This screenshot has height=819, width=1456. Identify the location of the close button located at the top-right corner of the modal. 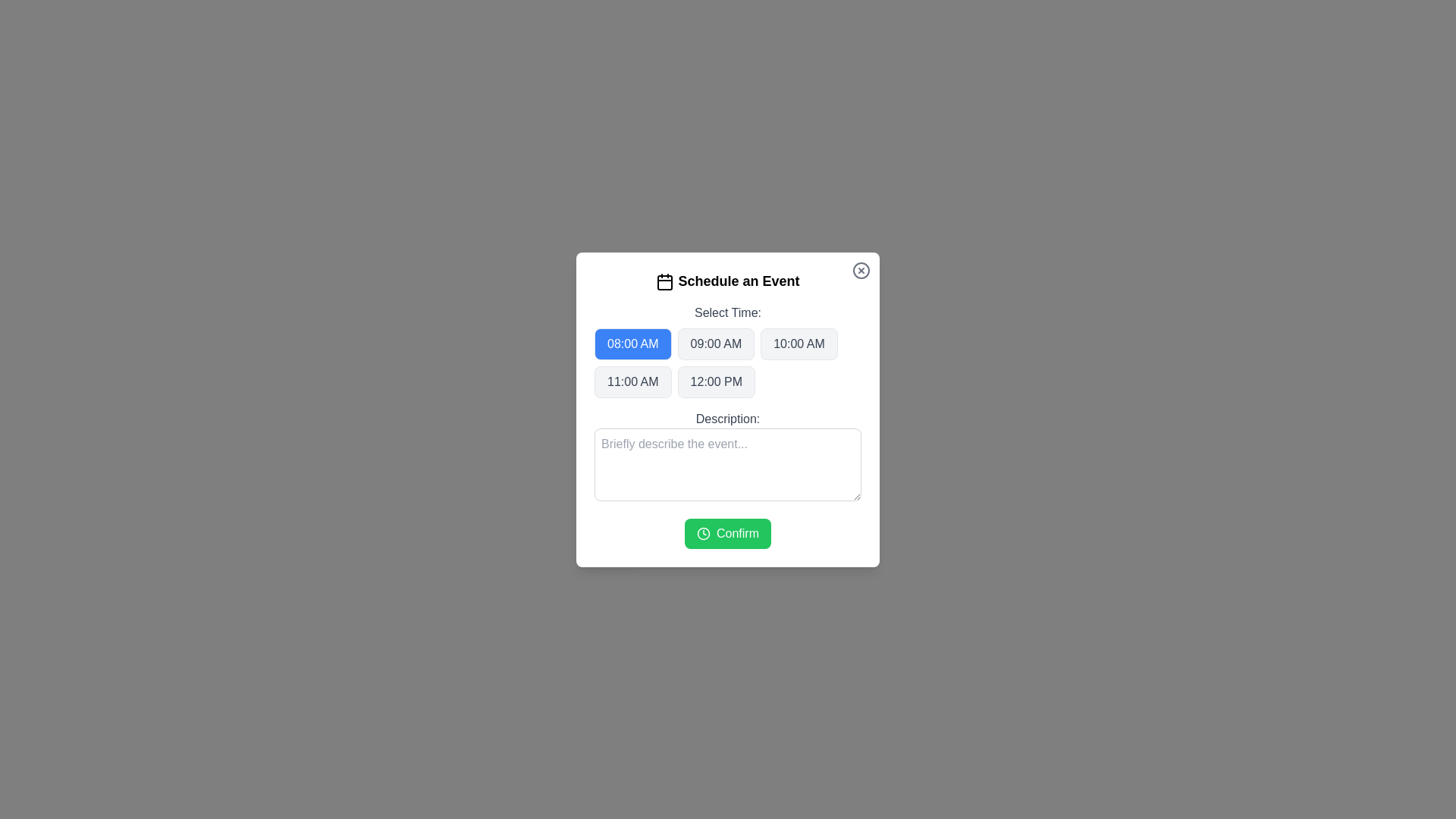
(861, 269).